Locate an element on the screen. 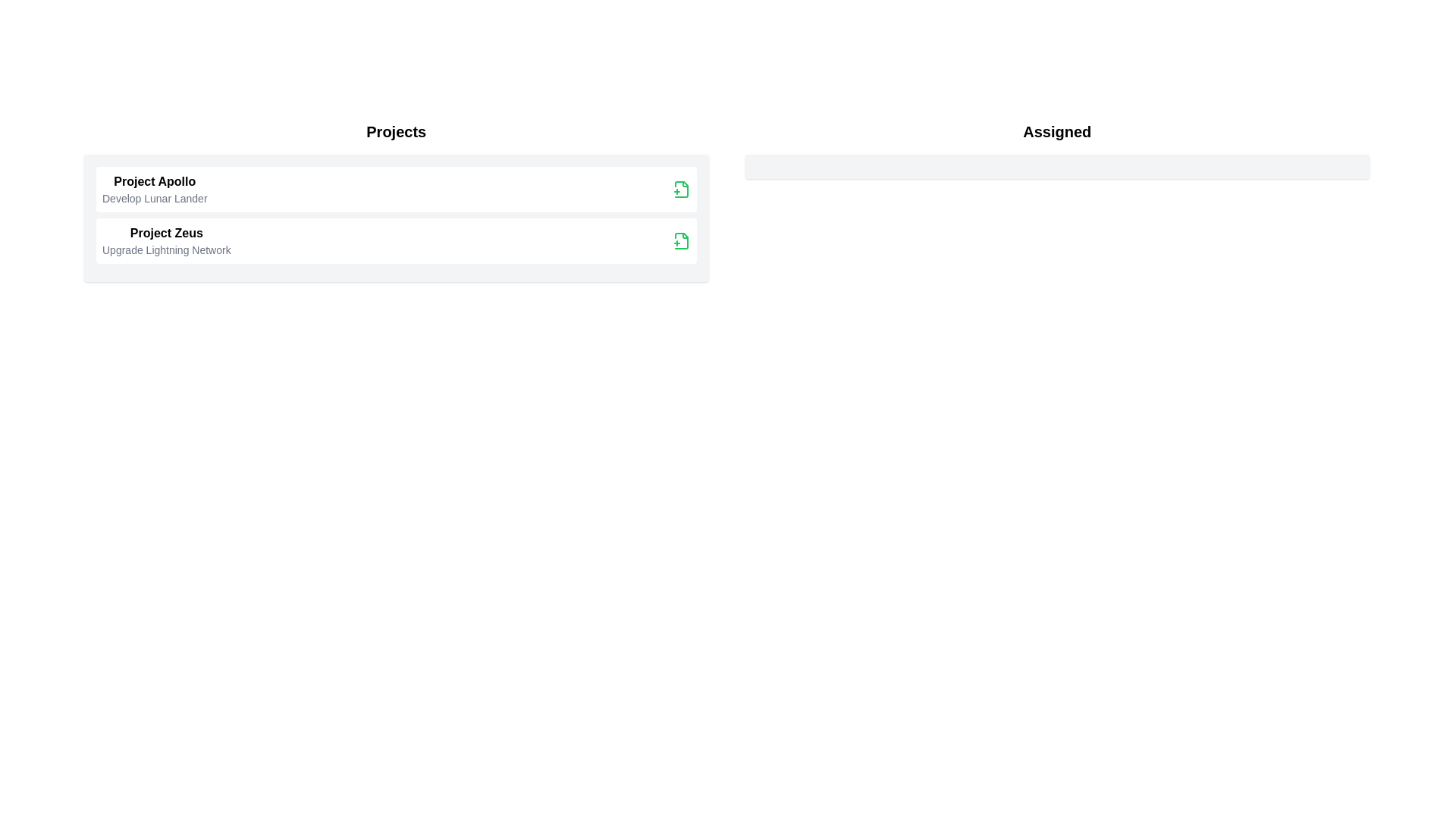  the project item Project Zeus to the assigned list is located at coordinates (166, 240).